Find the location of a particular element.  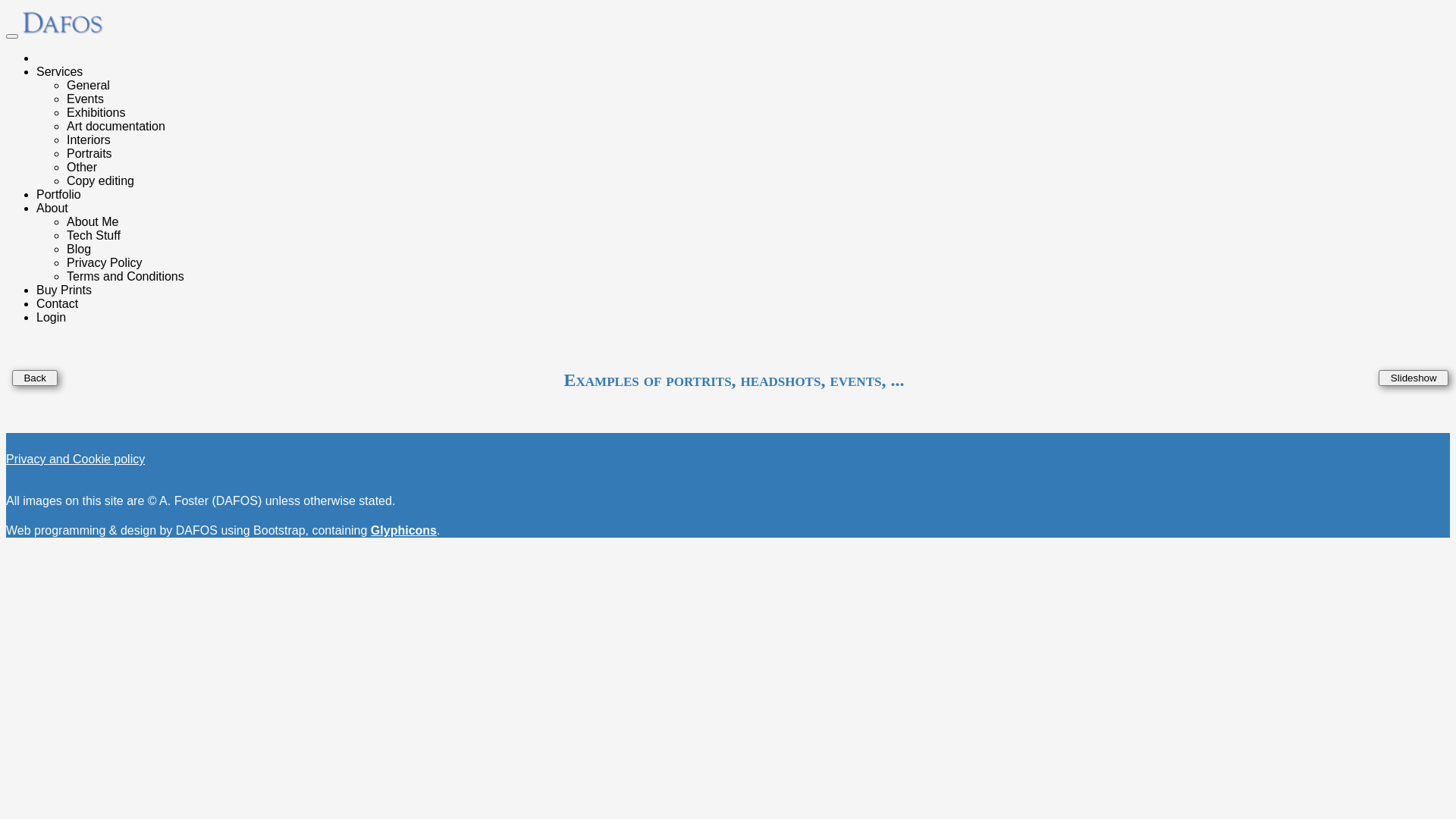

'  Slideshow  ' is located at coordinates (1412, 377).